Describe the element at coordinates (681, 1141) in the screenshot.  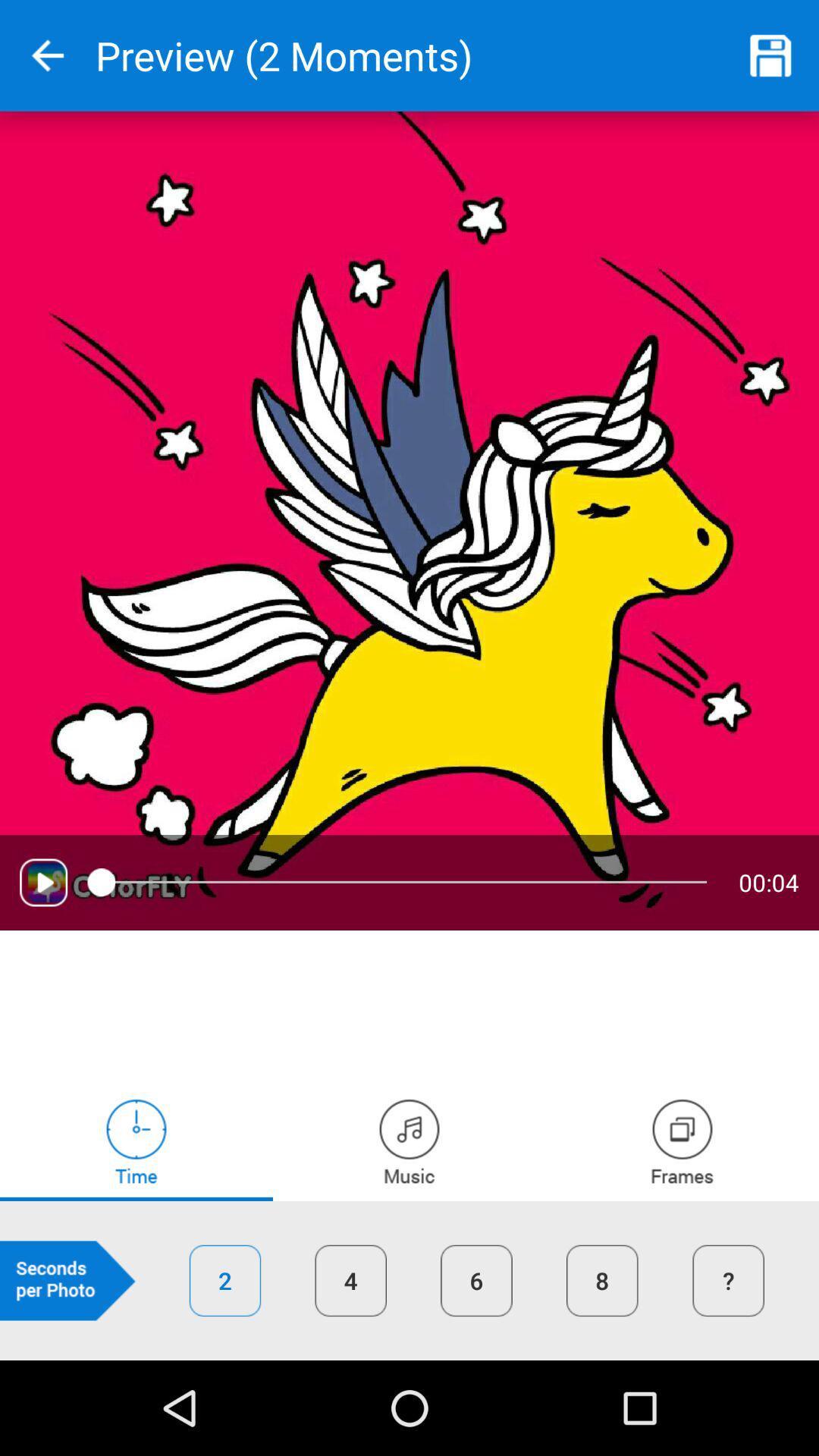
I see `frames` at that location.